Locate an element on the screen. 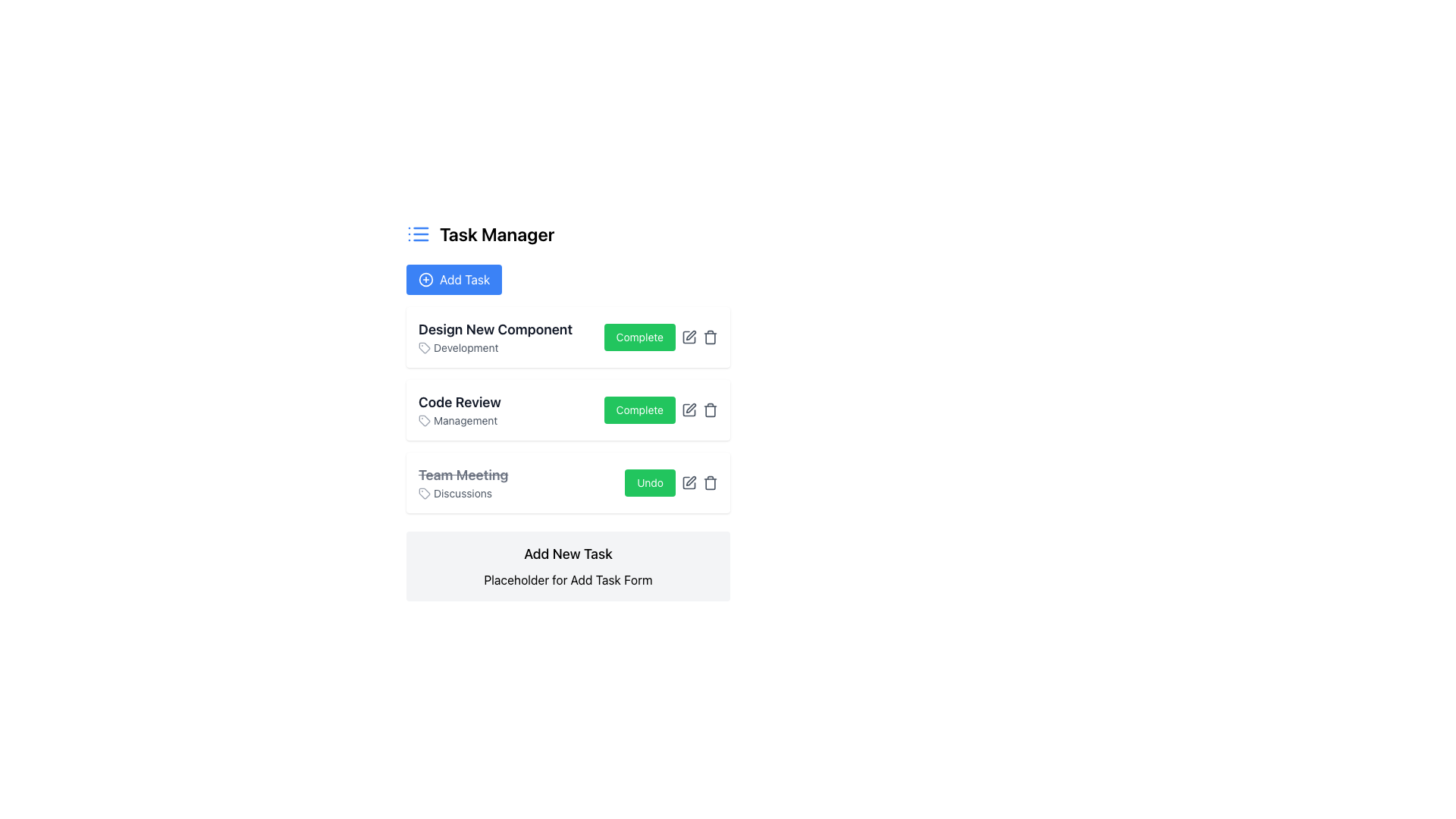  the Text Label that serves as a header for the 'Placeholder for Add Task Form' section, positioned directly above the placeholder text is located at coordinates (567, 554).